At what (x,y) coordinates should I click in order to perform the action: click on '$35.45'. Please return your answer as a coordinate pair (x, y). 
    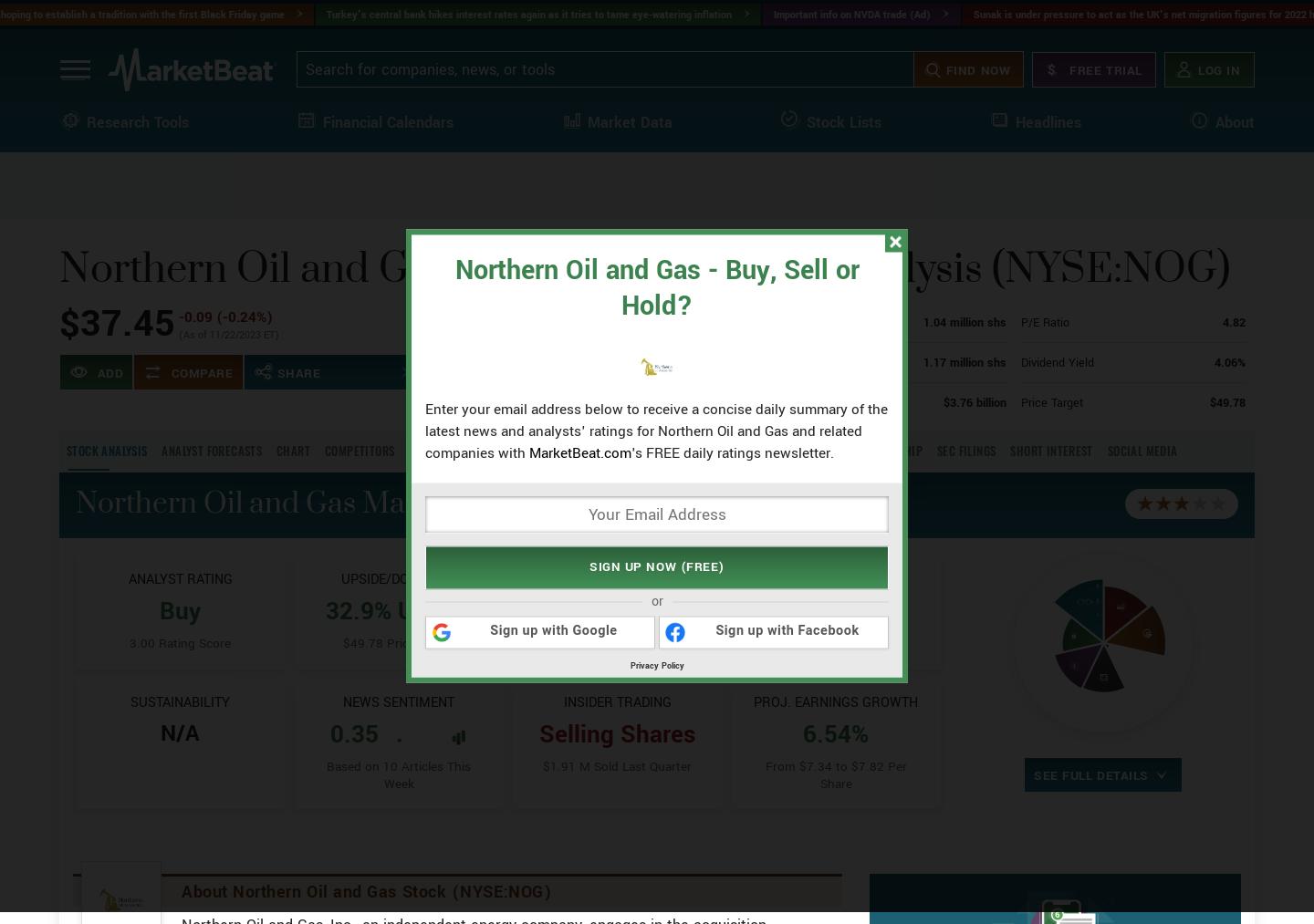
    Looking at the image, I should click on (619, 428).